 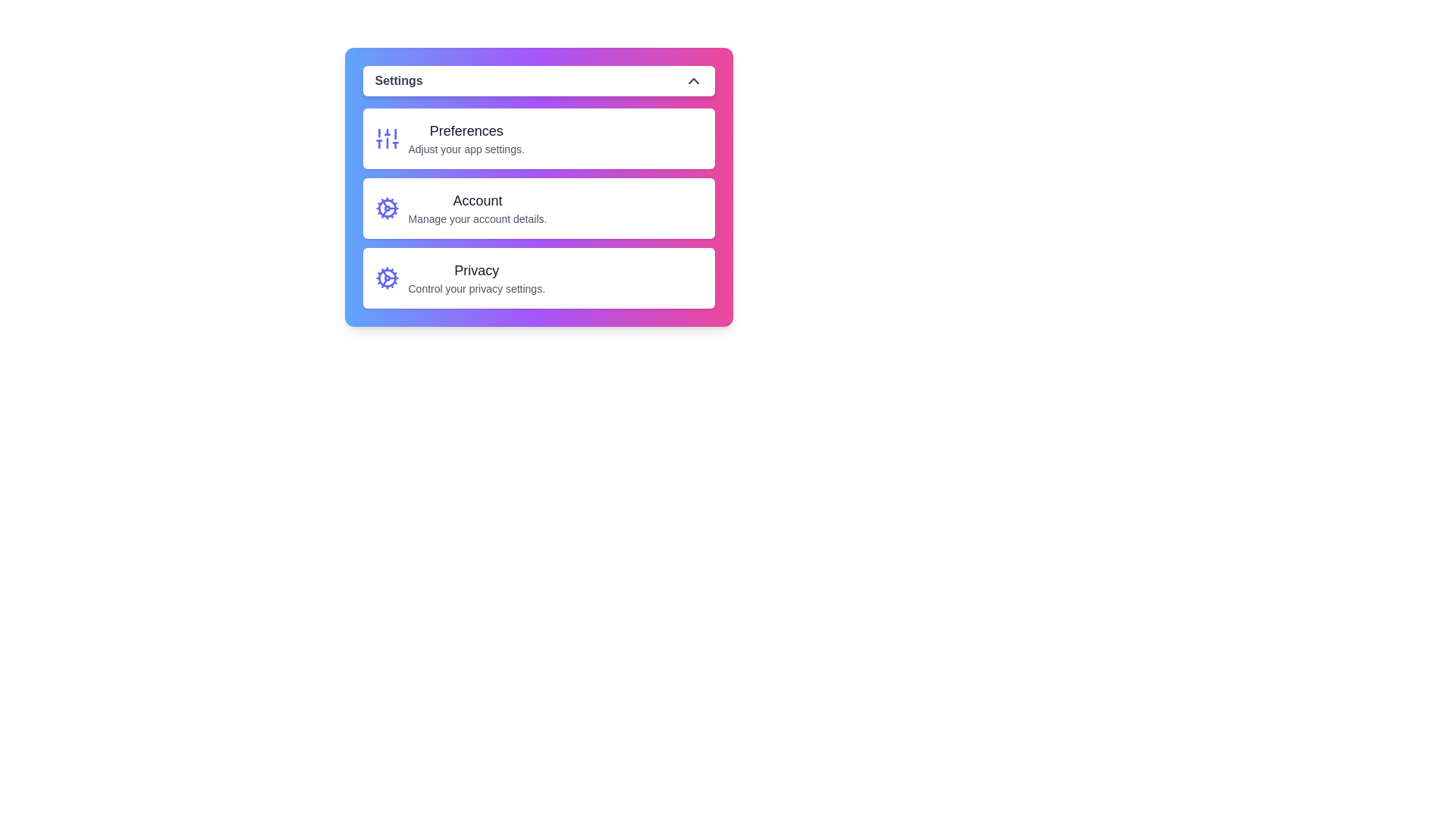 I want to click on the button labeled 'Settings' to toggle the menu's state, so click(x=538, y=81).